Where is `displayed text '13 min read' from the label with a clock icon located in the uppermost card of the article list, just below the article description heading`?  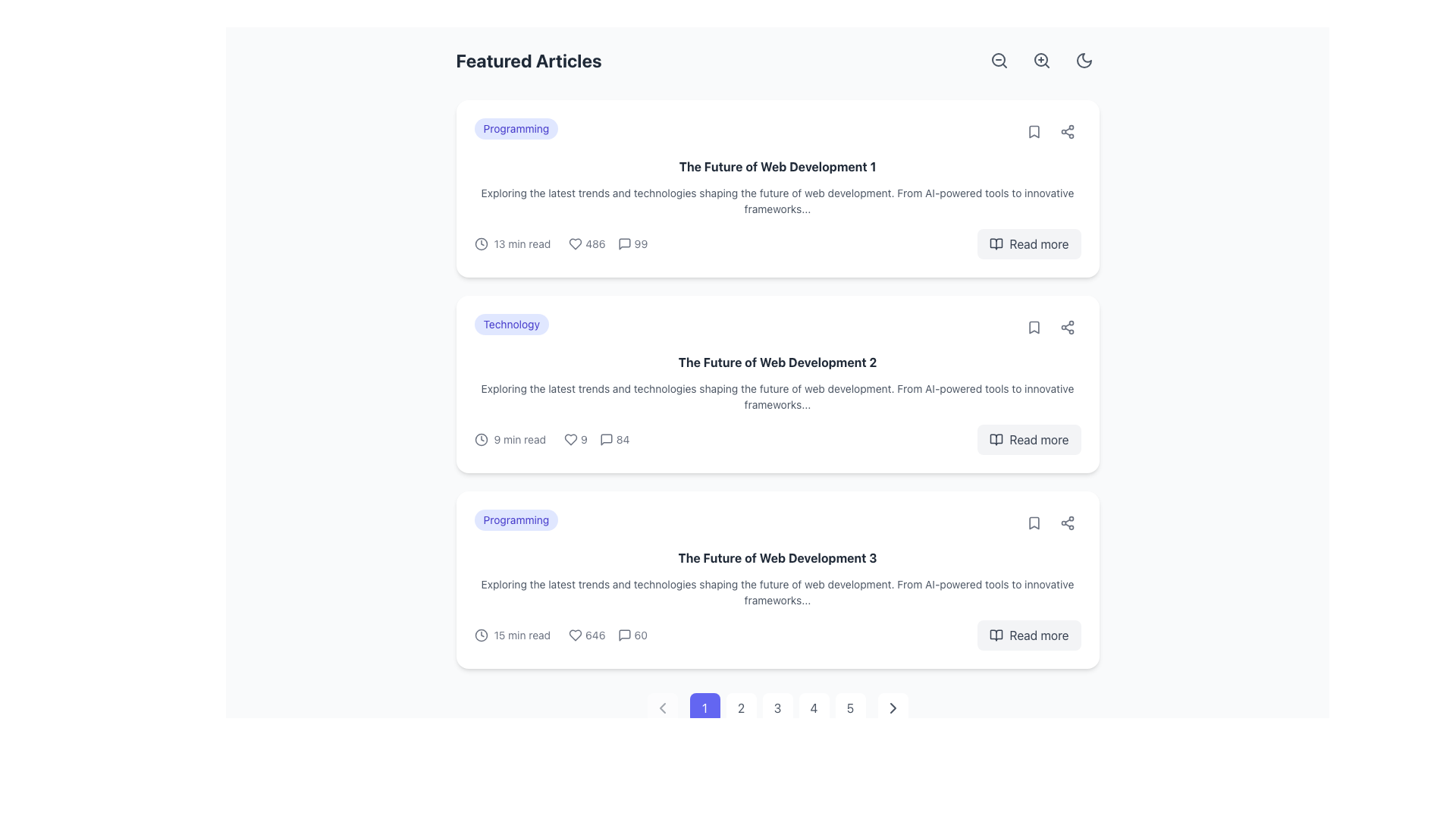 displayed text '13 min read' from the label with a clock icon located in the uppermost card of the article list, just below the article description heading is located at coordinates (512, 243).